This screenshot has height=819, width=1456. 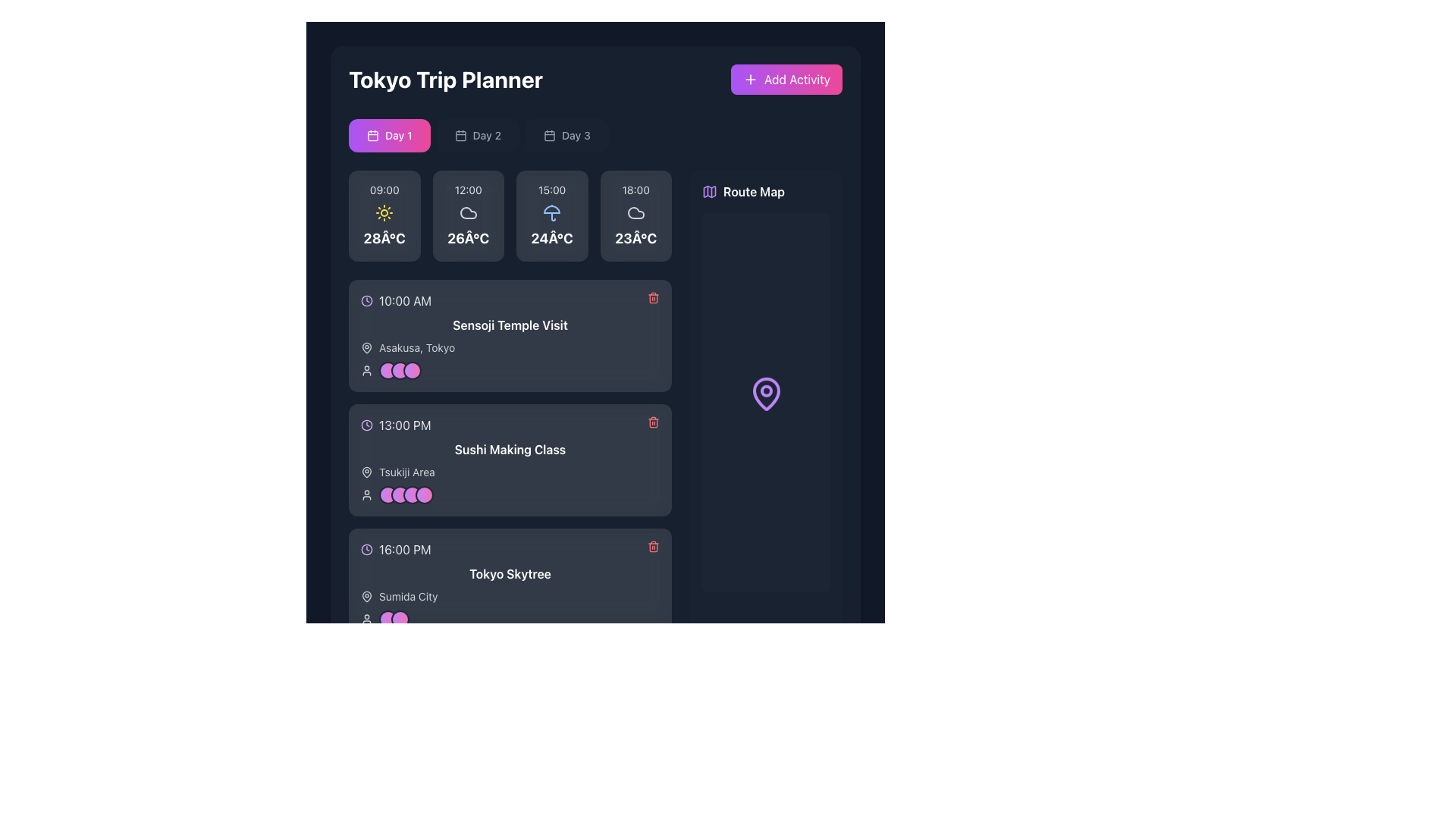 What do you see at coordinates (400, 620) in the screenshot?
I see `the second circular avatar with a gradient fill transitioning from purple to pink, which is enclosed by a gray border, located under the text 'Sushi Making Class'` at bounding box center [400, 620].